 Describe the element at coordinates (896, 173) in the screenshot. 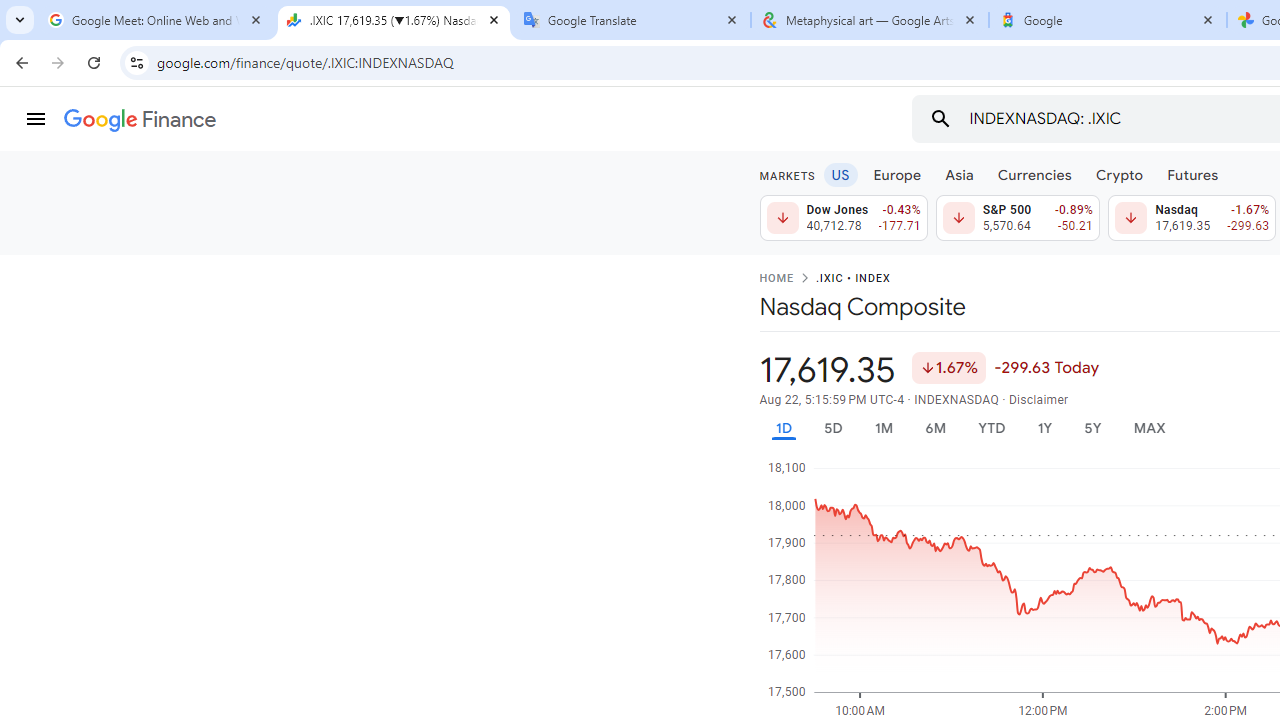

I see `'Europe'` at that location.